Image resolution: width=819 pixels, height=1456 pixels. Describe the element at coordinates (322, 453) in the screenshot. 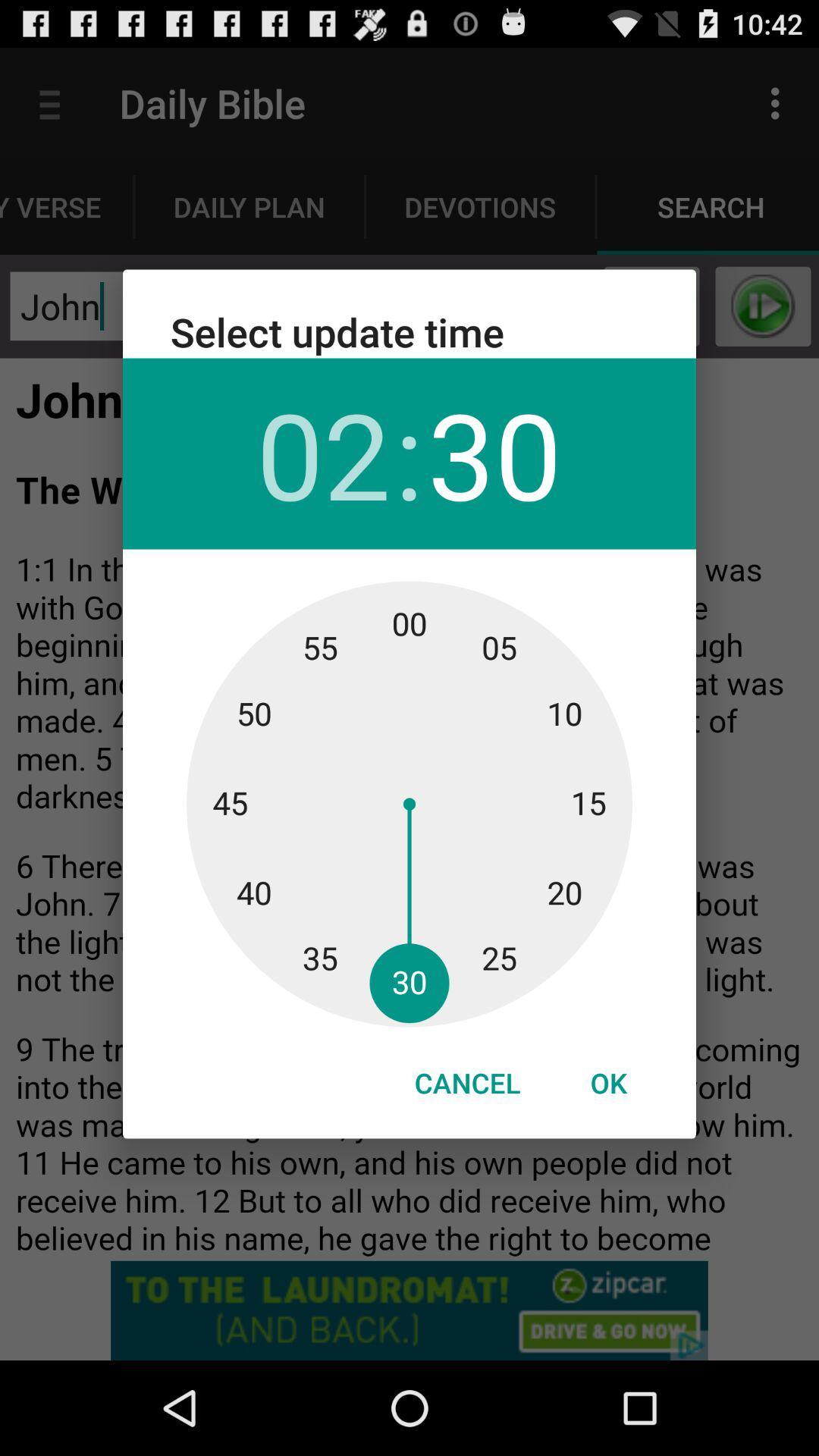

I see `the 02 icon` at that location.